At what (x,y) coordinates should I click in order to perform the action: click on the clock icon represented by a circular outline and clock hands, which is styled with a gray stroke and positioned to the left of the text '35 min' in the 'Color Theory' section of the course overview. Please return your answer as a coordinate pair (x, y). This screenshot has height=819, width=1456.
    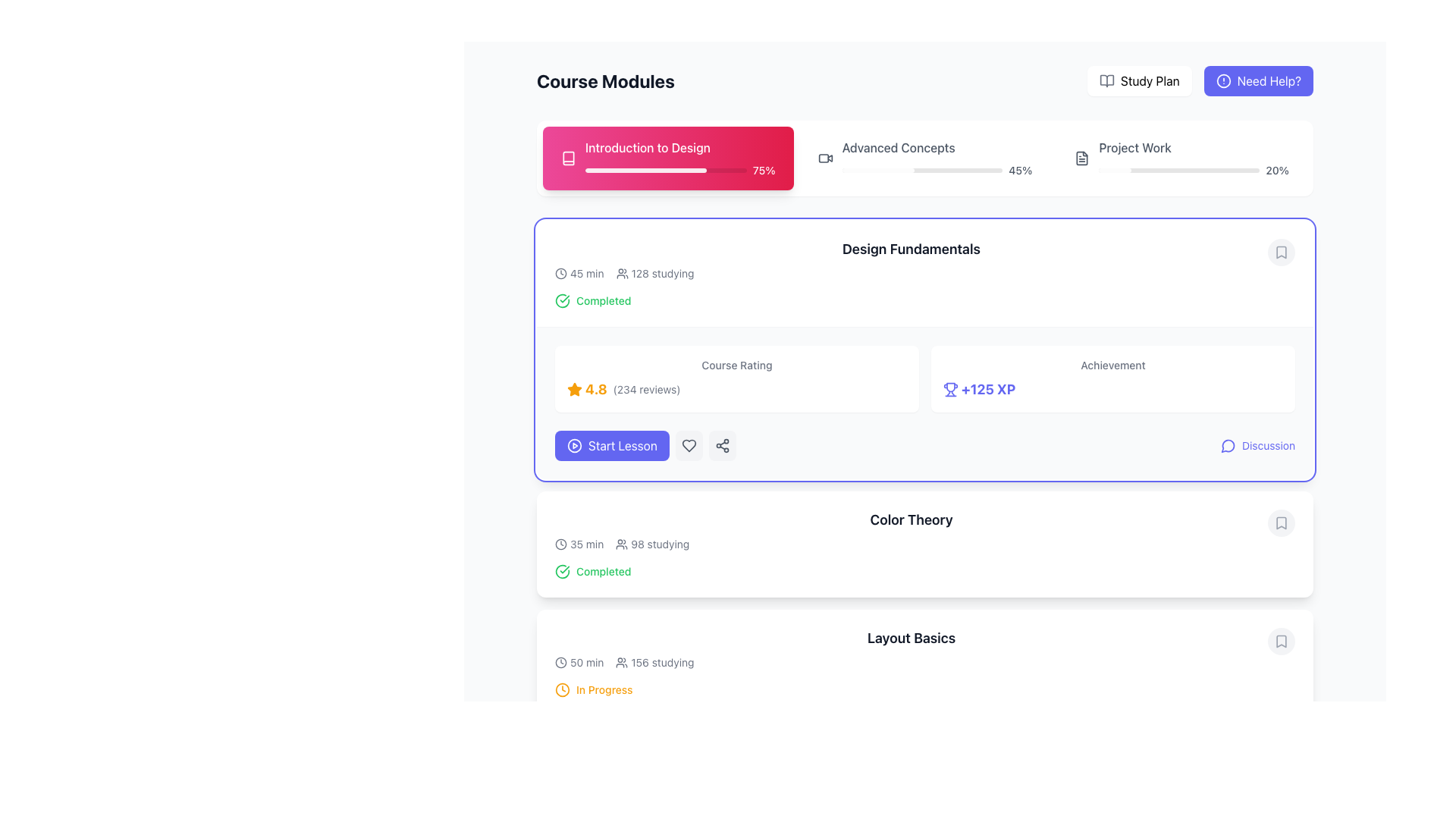
    Looking at the image, I should click on (560, 543).